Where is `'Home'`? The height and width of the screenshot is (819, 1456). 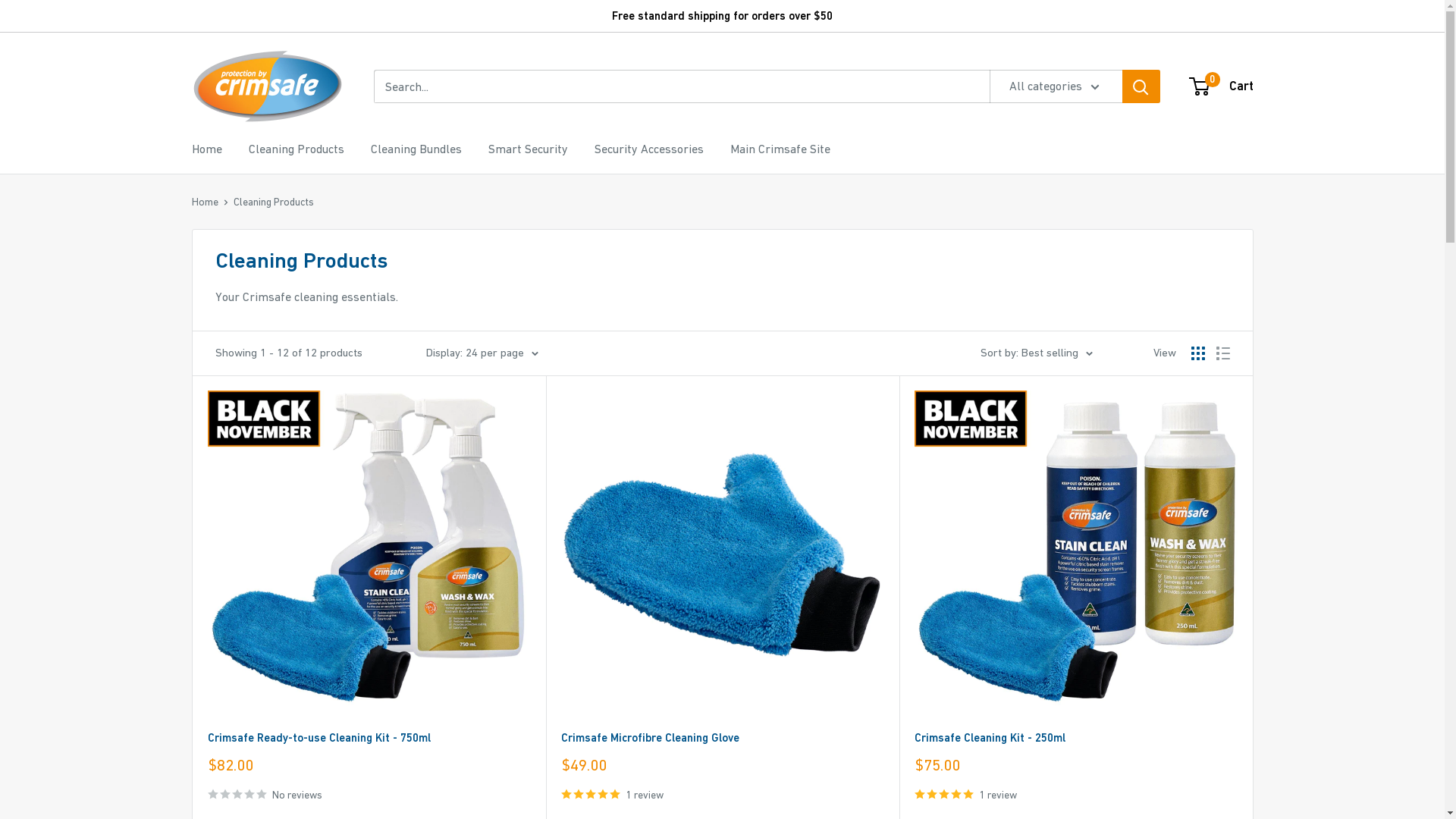 'Home' is located at coordinates (190, 149).